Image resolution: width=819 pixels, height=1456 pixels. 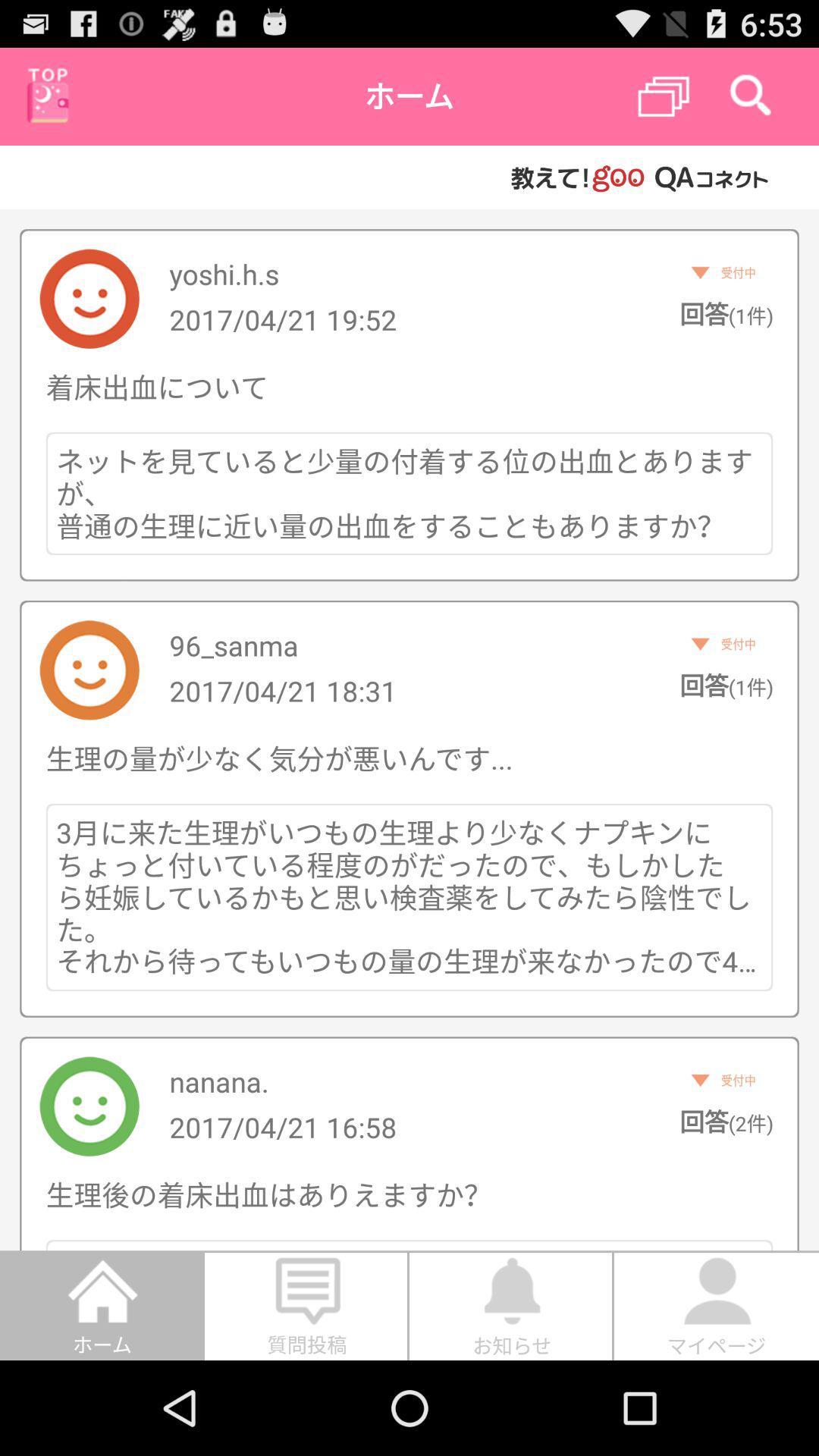 What do you see at coordinates (89, 1106) in the screenshot?
I see `the last image` at bounding box center [89, 1106].